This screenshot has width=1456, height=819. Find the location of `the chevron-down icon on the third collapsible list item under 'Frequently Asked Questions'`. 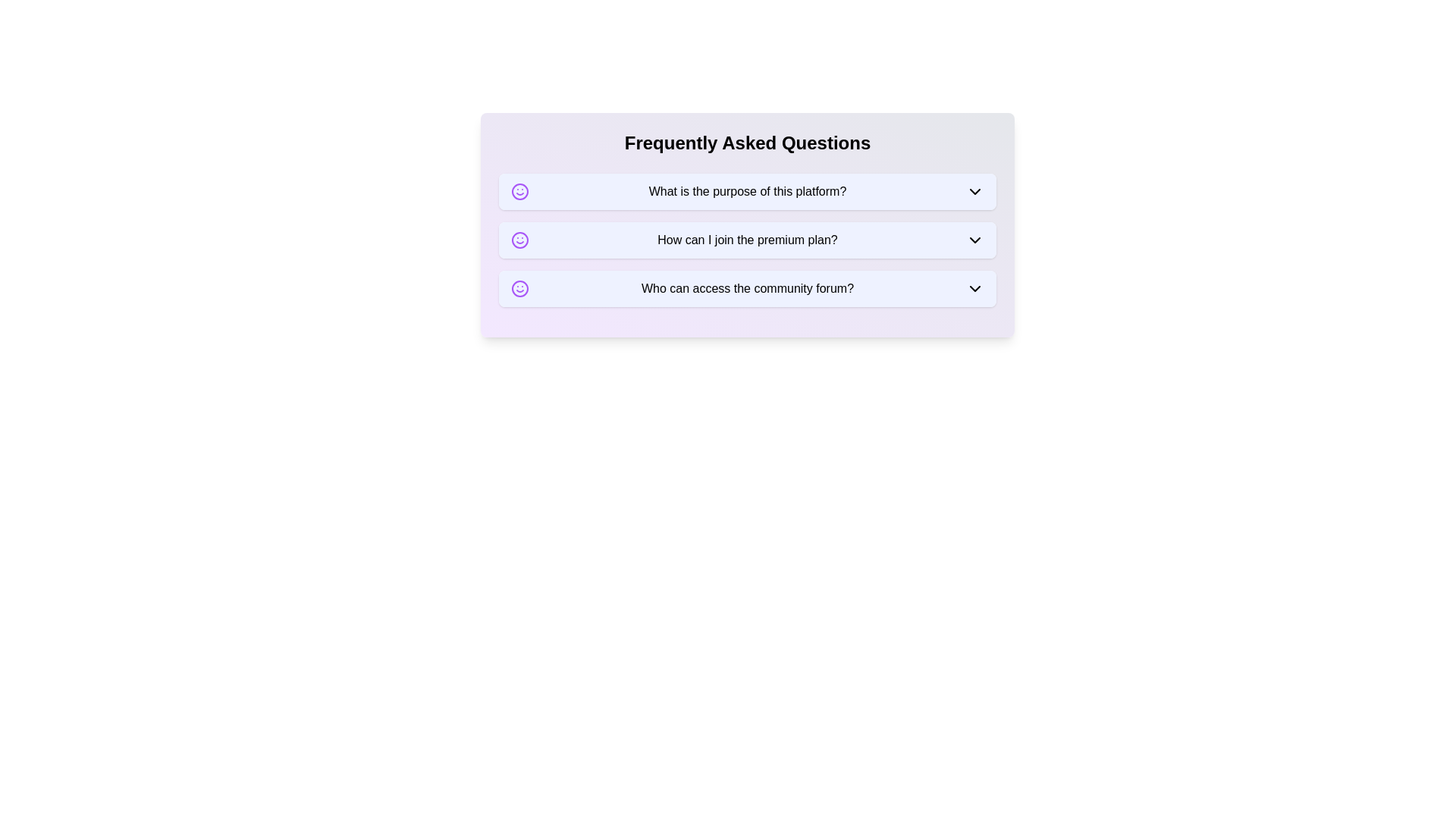

the chevron-down icon on the third collapsible list item under 'Frequently Asked Questions' is located at coordinates (747, 289).